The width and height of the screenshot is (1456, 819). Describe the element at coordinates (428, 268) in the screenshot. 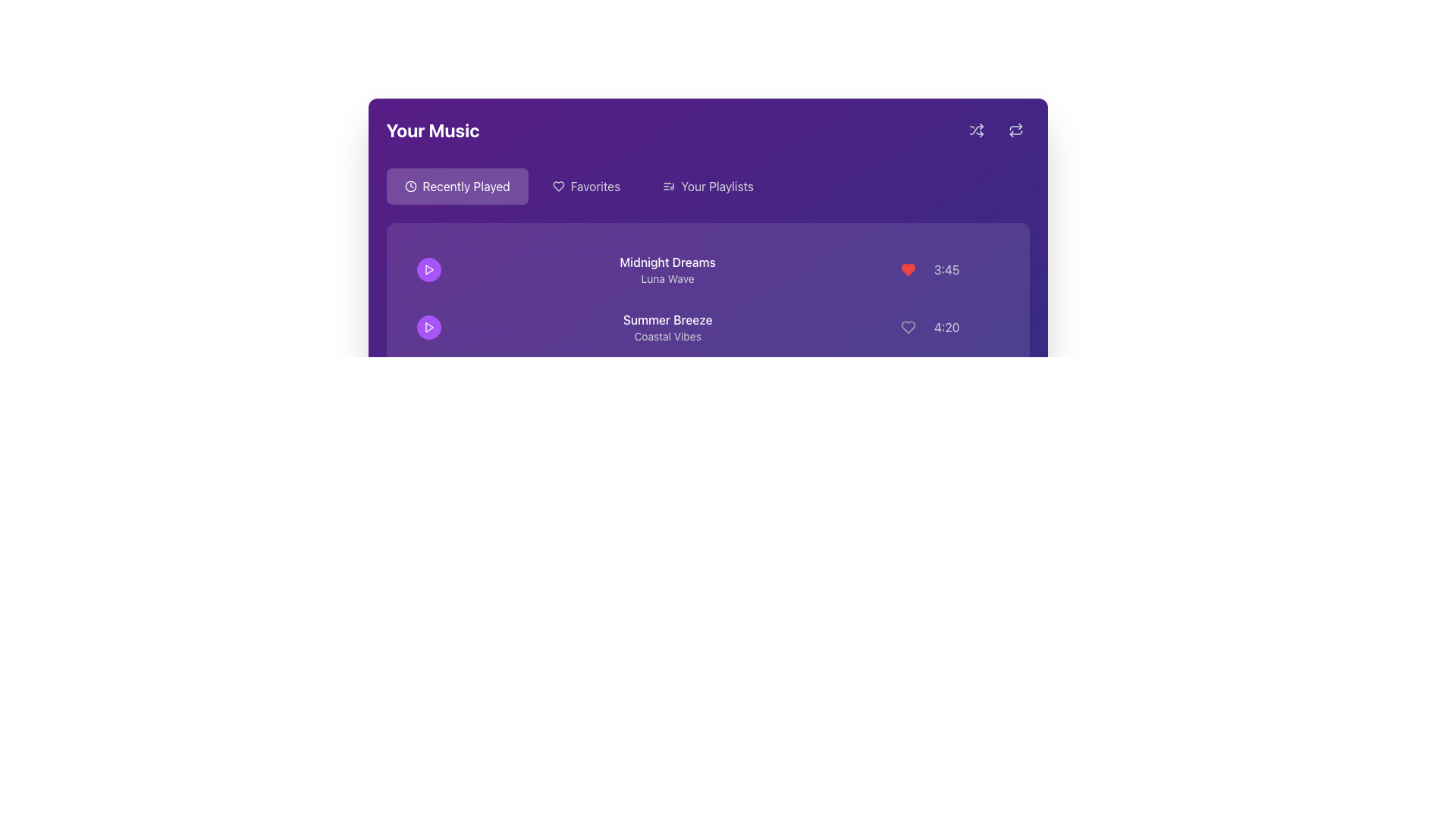

I see `the triangular-shaped purple play icon in the music interface` at that location.